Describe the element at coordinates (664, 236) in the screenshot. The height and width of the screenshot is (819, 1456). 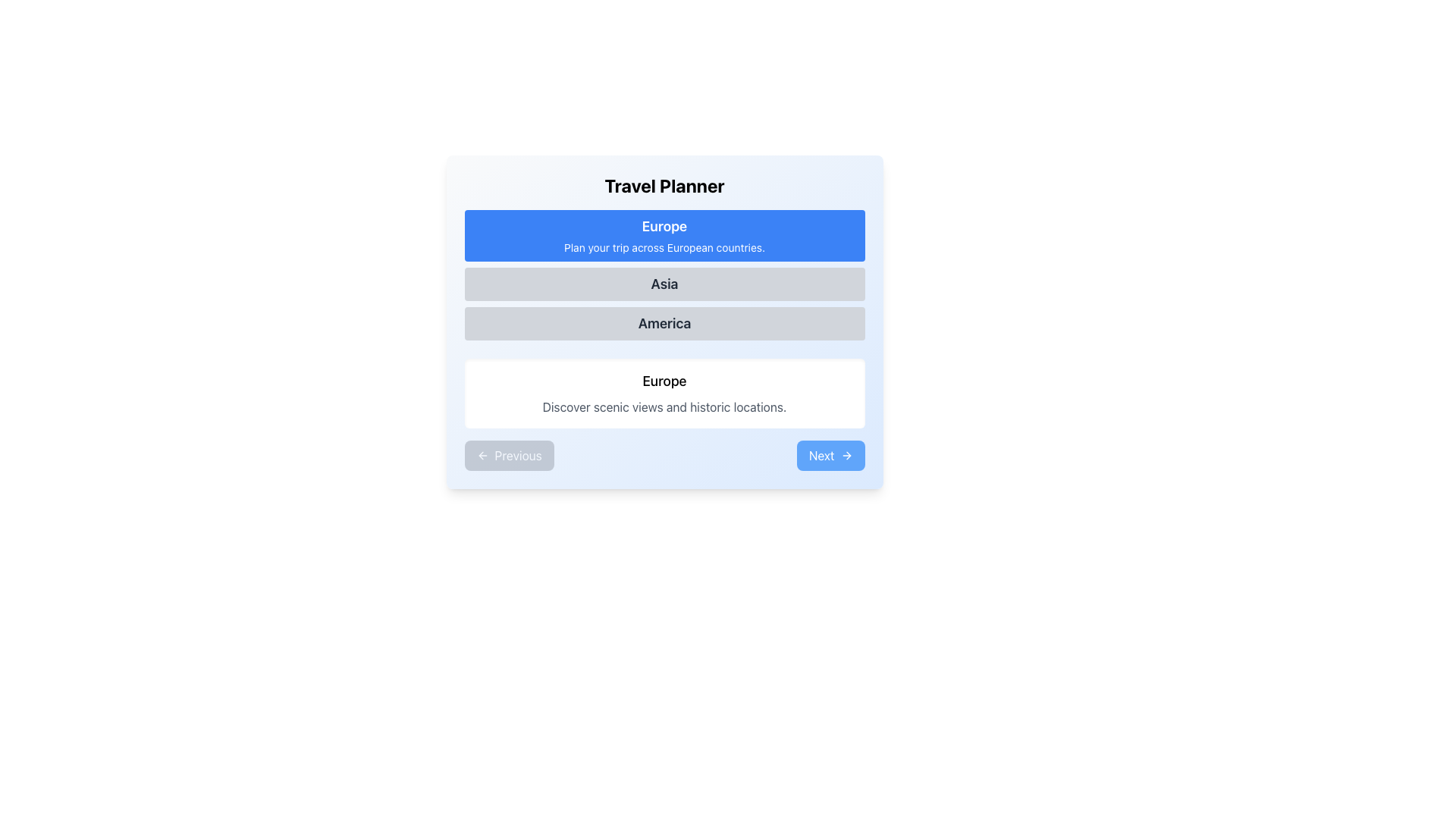
I see `the rectangular button labeled 'Europe' with a bold blue background and white text to visually highlight it` at that location.